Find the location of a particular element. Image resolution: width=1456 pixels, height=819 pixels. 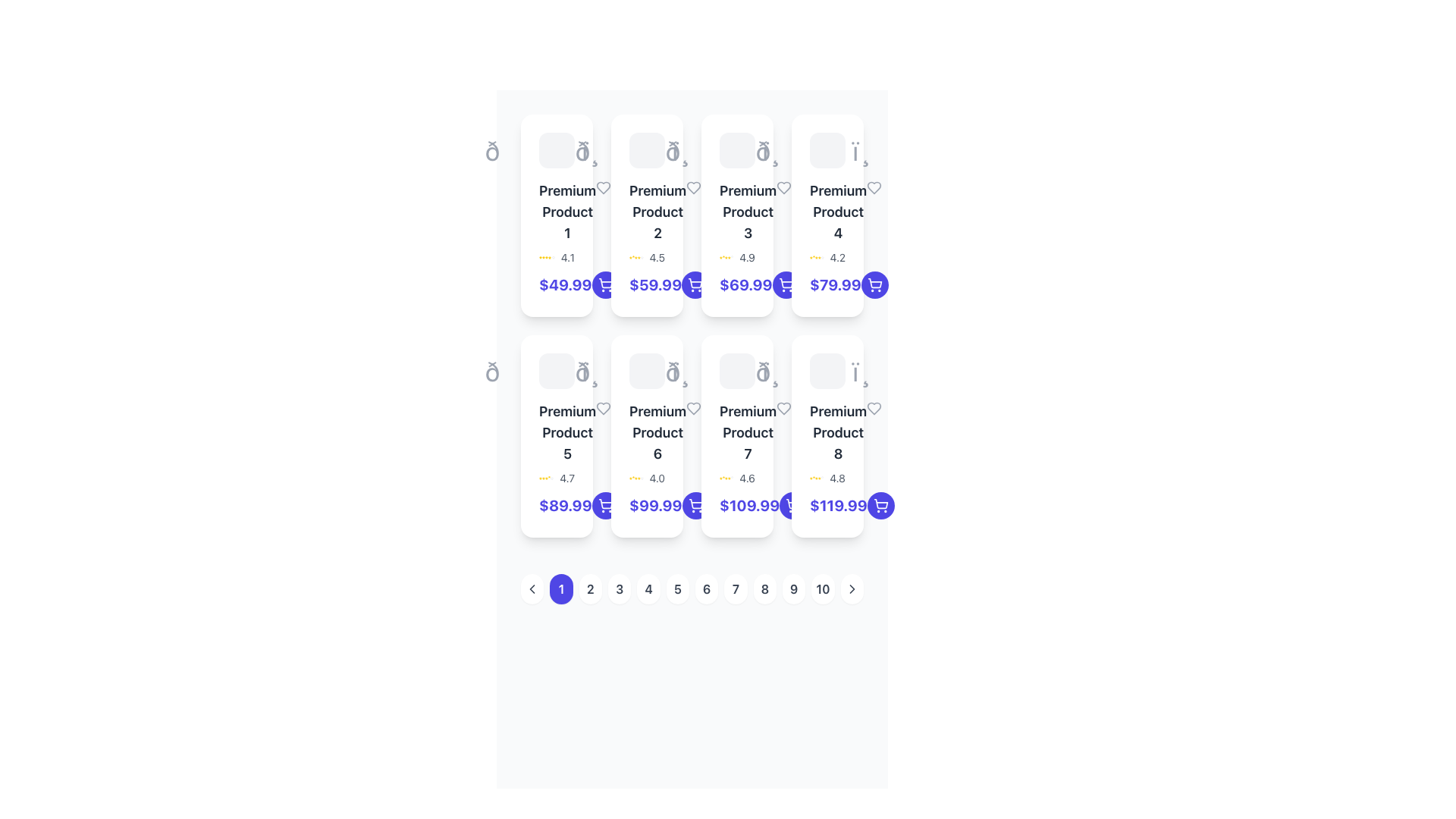

the circular interactive button with a shopping cart icon on a purple background, located at the bottom-right corner of the 'Premium Product 1' card is located at coordinates (604, 284).